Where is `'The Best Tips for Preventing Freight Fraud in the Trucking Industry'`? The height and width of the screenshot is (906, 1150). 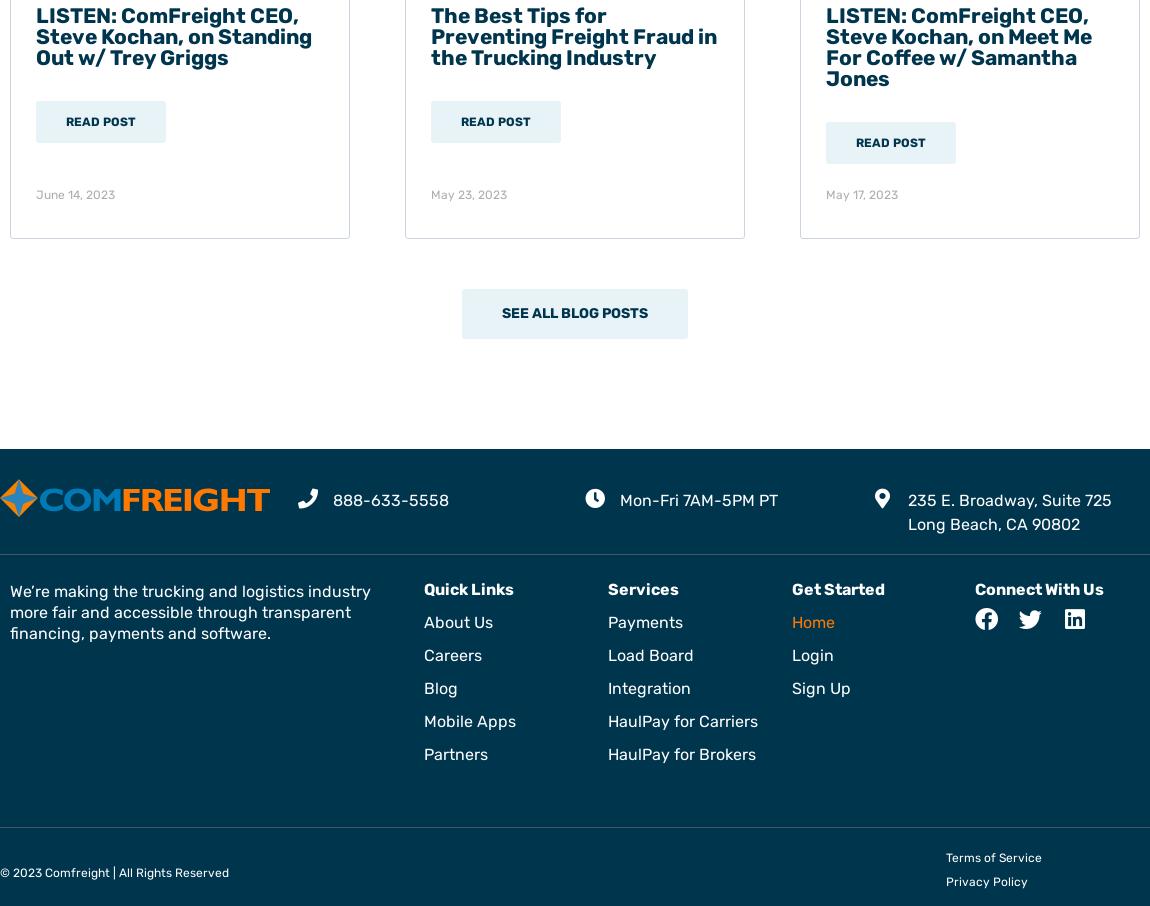
'The Best Tips for Preventing Freight Fraud in the Trucking Industry' is located at coordinates (573, 34).